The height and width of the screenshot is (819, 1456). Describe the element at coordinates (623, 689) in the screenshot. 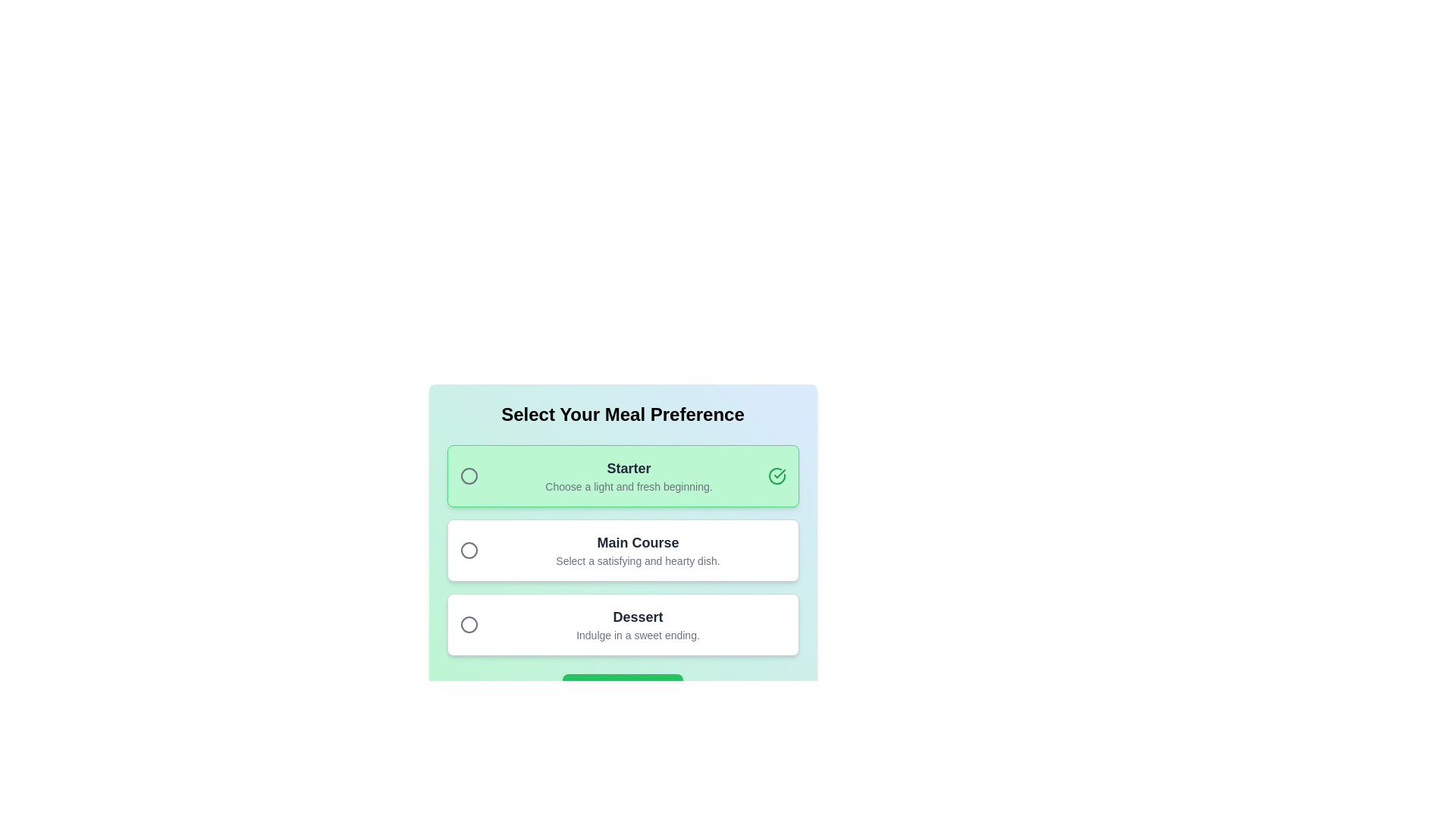

I see `the 'Confirm Selection' button, which is a rectangular button with rounded corners, green background, and white text located at the bottom of the meal options section` at that location.